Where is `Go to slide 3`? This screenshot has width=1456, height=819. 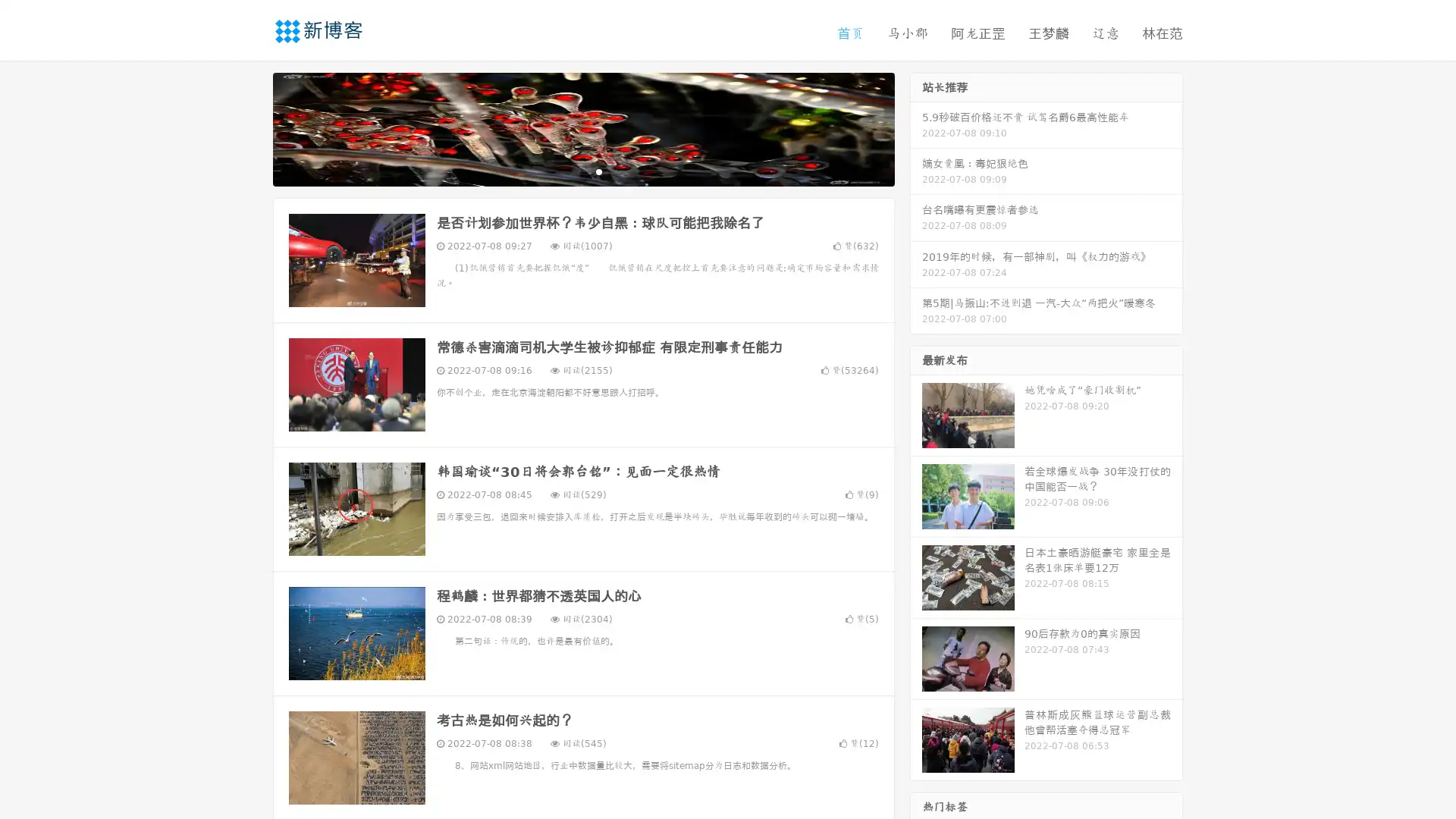
Go to slide 3 is located at coordinates (598, 171).